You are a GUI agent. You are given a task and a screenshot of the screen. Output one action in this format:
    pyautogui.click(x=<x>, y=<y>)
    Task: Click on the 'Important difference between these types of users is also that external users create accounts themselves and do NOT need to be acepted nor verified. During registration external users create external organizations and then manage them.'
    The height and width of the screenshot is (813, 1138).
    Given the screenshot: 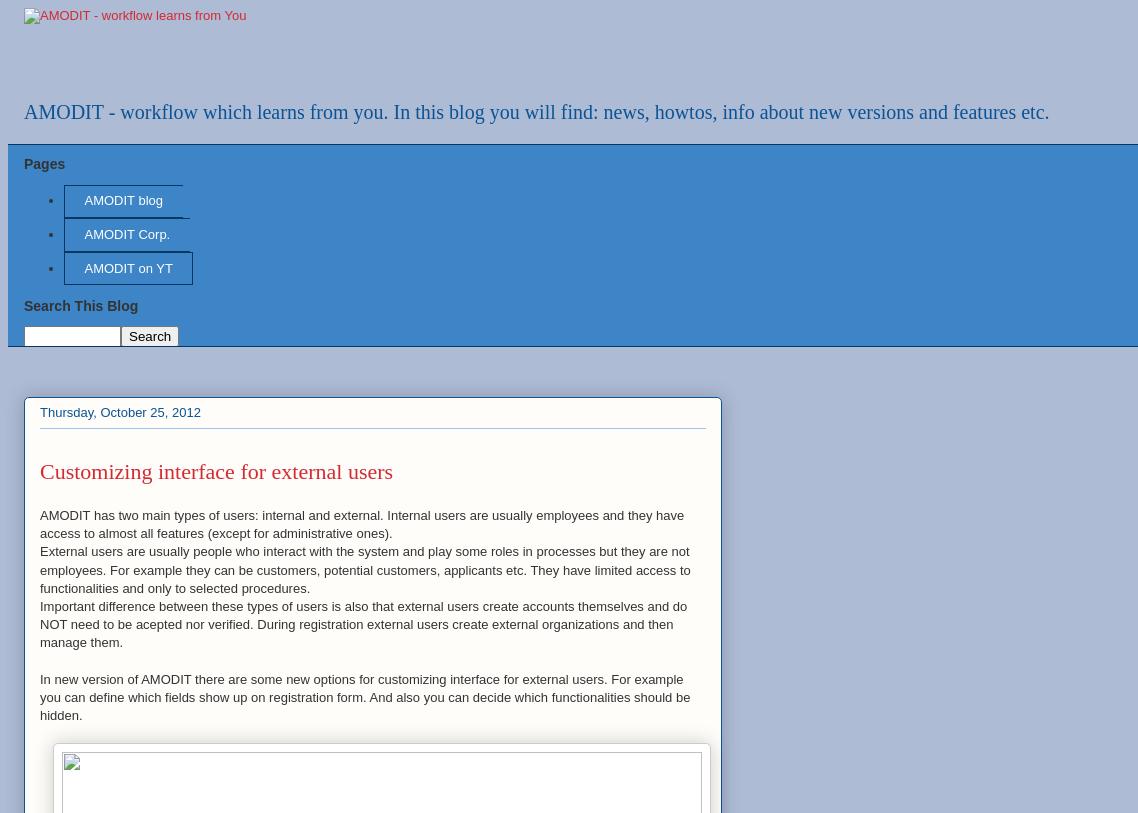 What is the action you would take?
    pyautogui.click(x=363, y=623)
    